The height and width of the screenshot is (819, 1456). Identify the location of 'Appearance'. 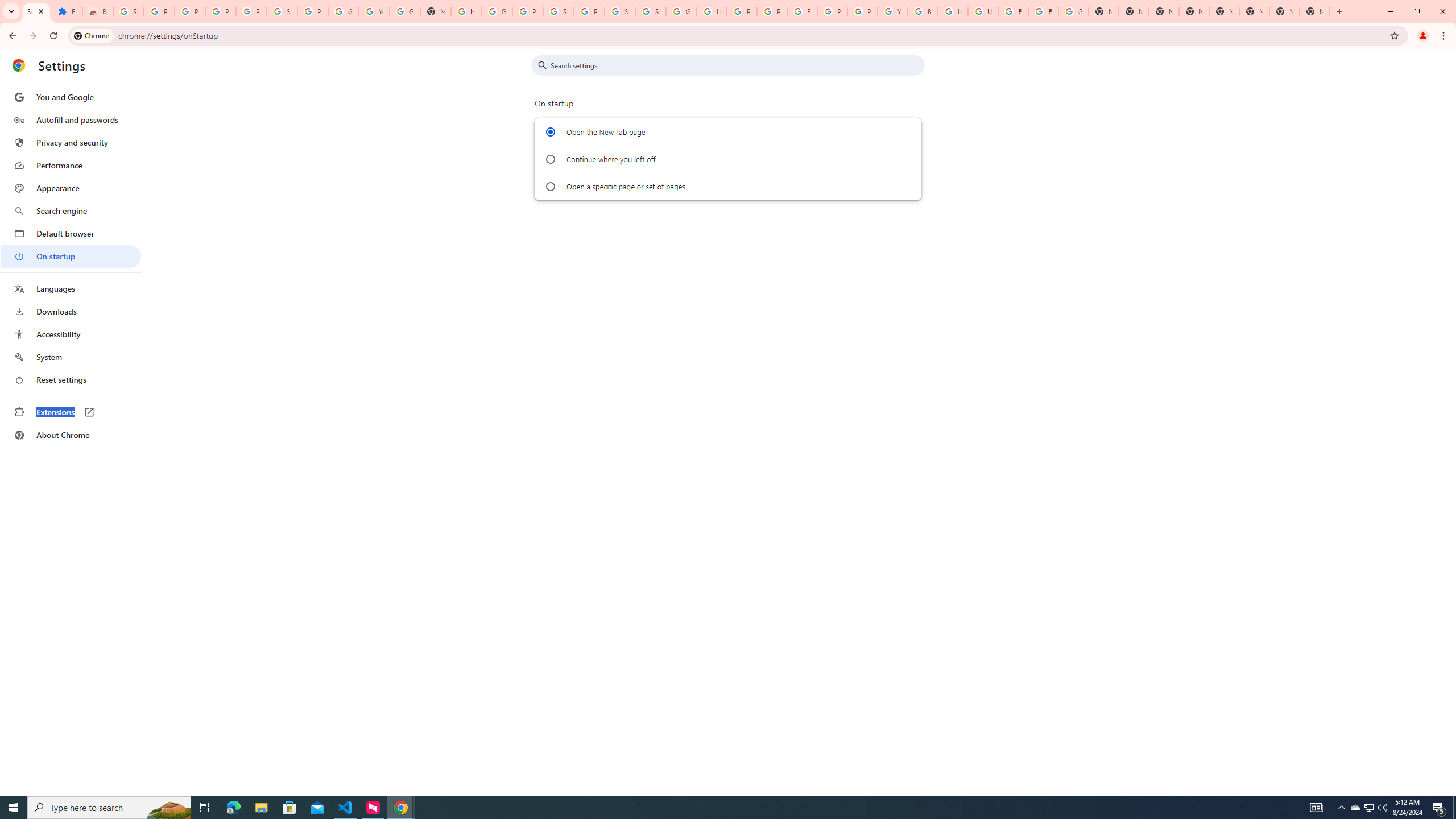
(70, 188).